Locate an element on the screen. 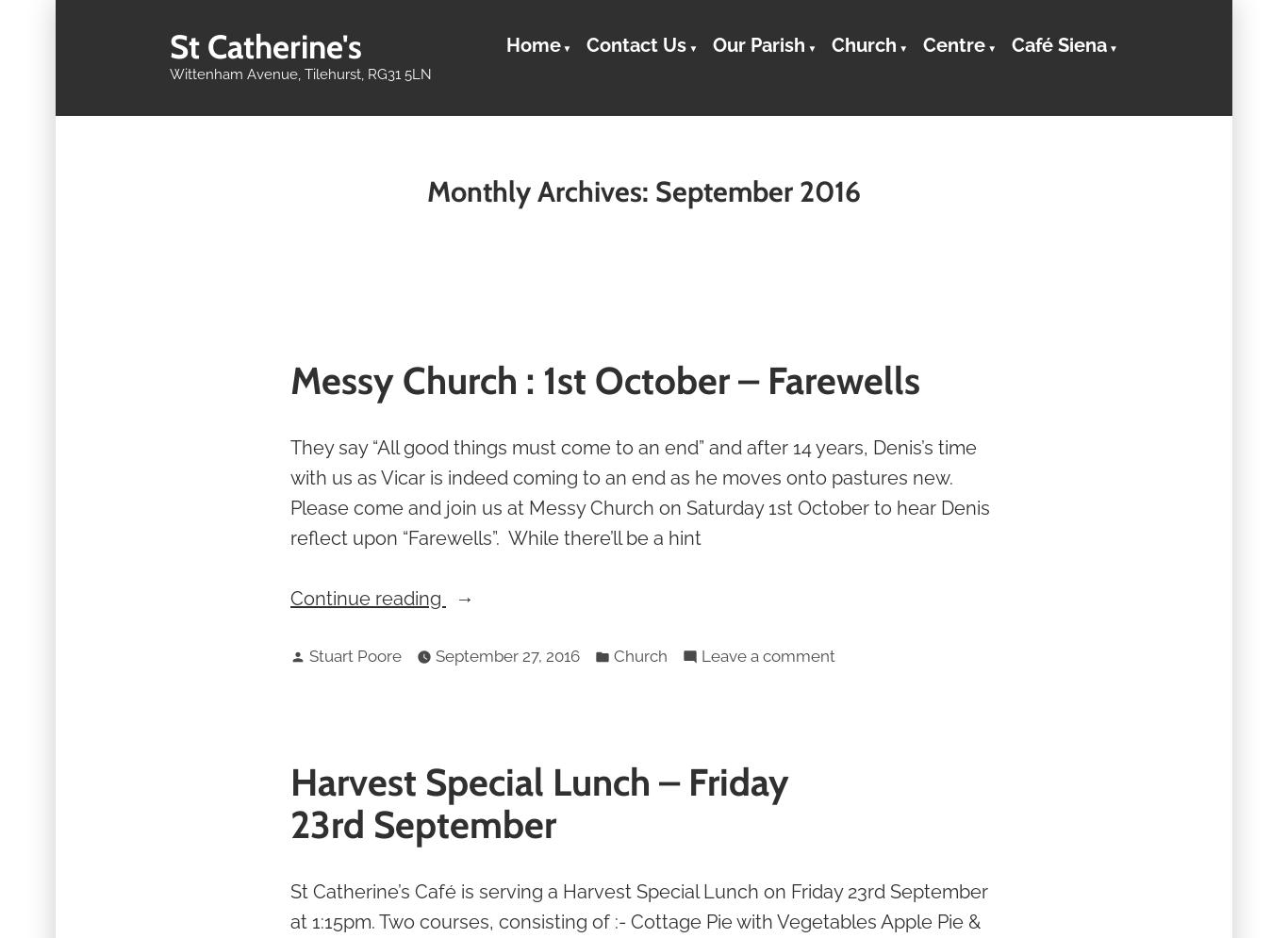 Image resolution: width=1288 pixels, height=938 pixels. 'Home' is located at coordinates (532, 43).